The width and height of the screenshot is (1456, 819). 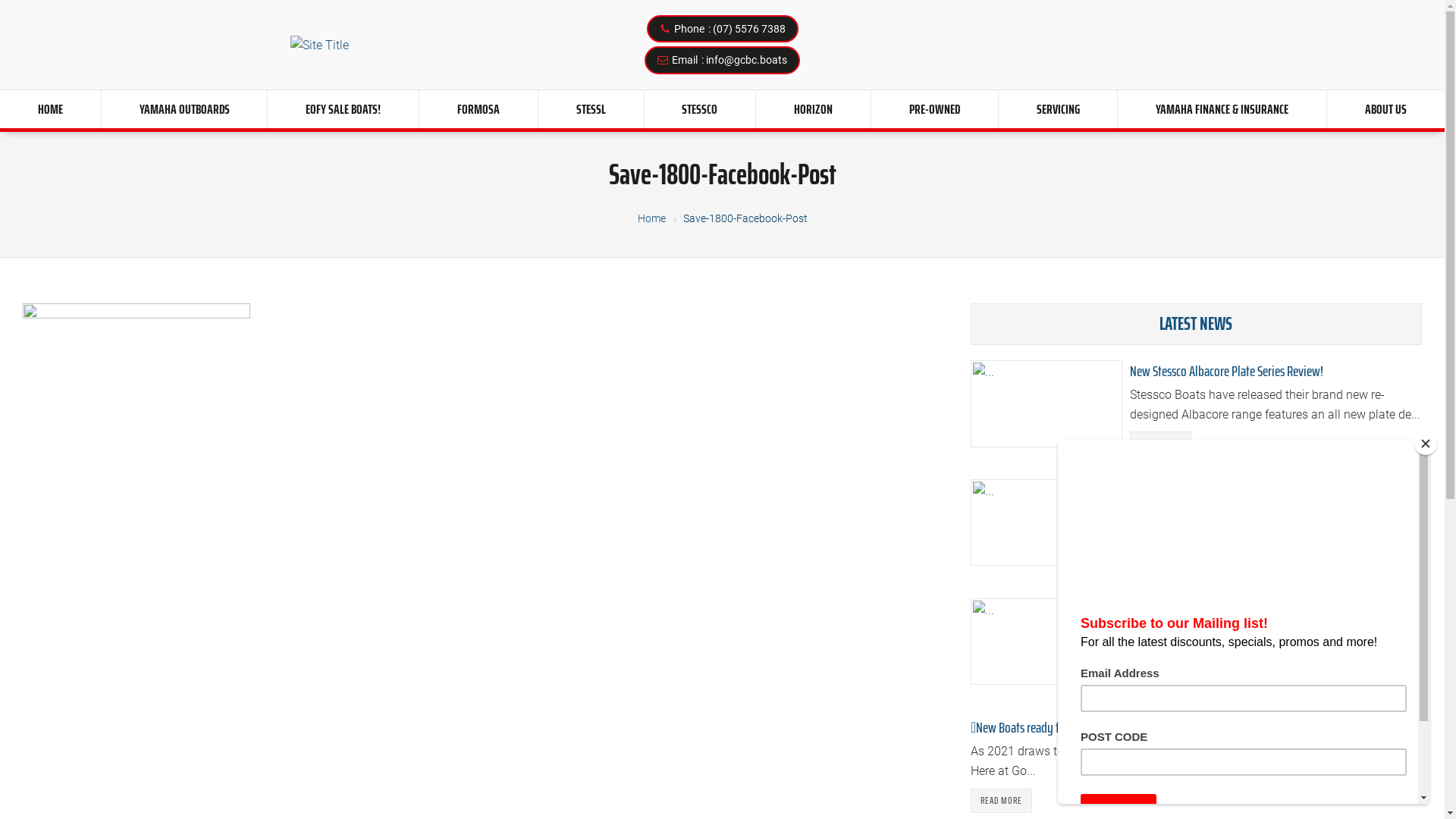 What do you see at coordinates (1057, 108) in the screenshot?
I see `'SERVICING'` at bounding box center [1057, 108].